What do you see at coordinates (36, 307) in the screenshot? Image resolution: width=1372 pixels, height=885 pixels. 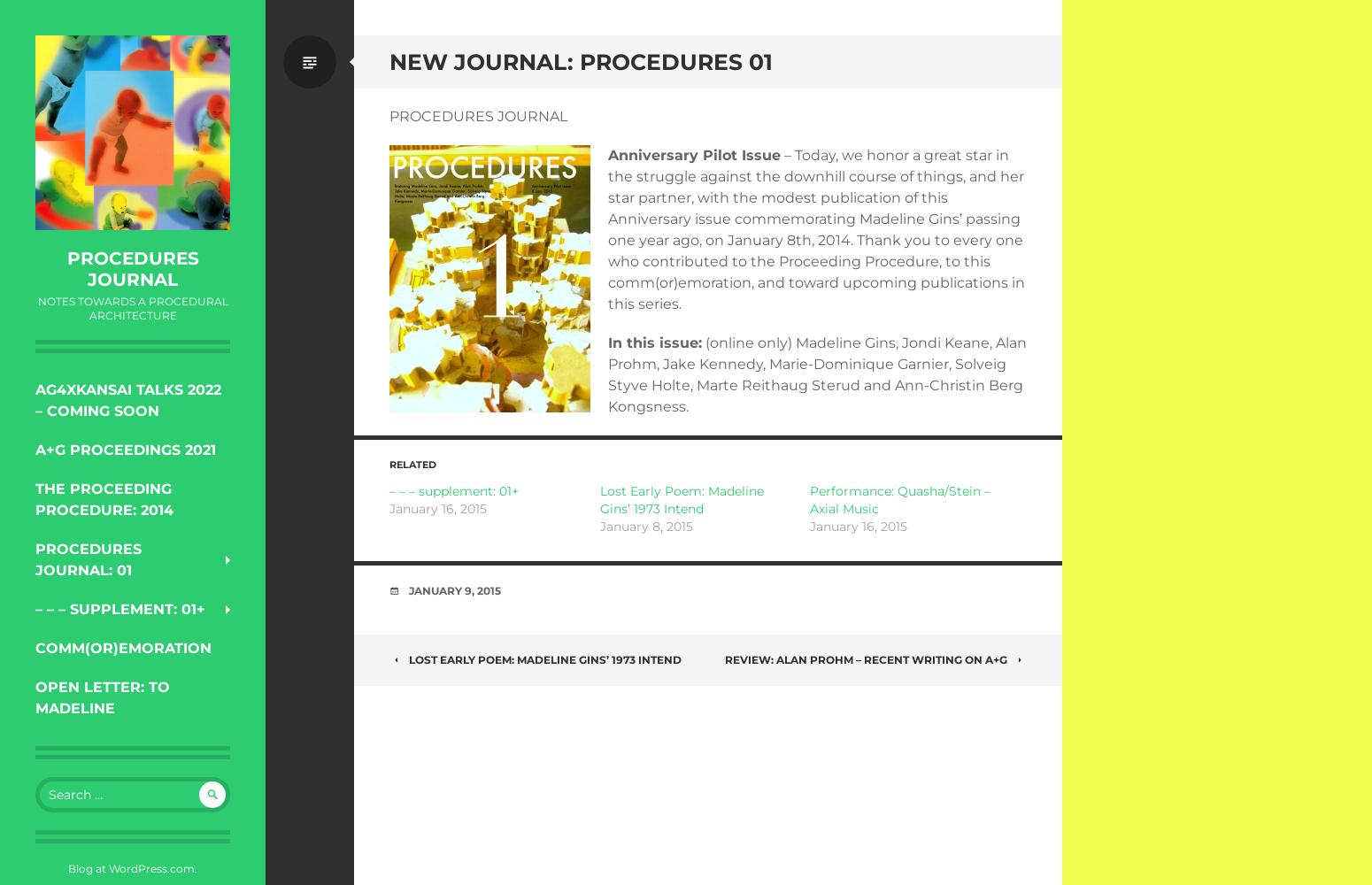 I see `'notes towards a procedural architecture'` at bounding box center [36, 307].